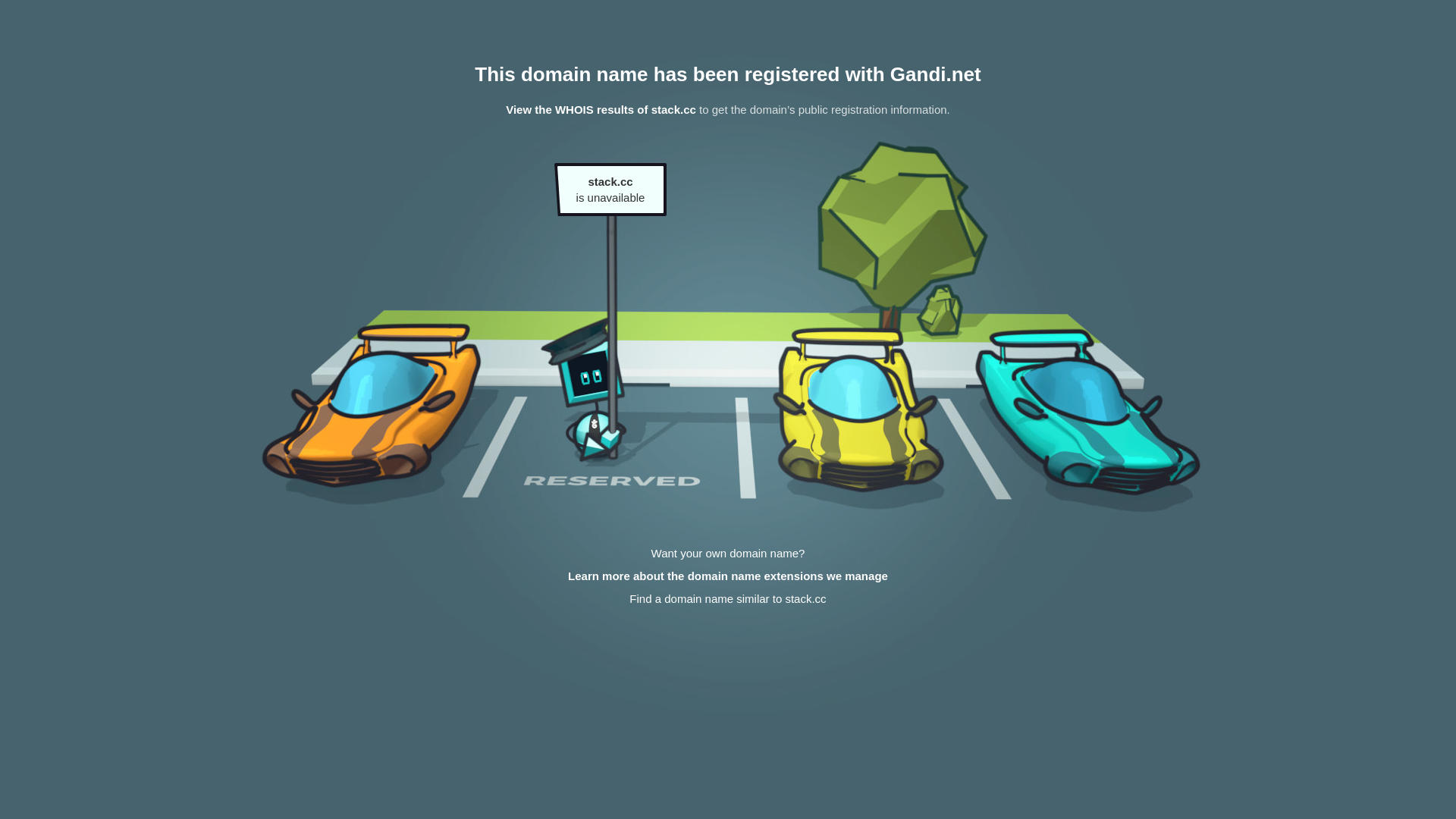 Image resolution: width=1456 pixels, height=819 pixels. Describe the element at coordinates (600, 108) in the screenshot. I see `'View the WHOIS results of stack.cc'` at that location.